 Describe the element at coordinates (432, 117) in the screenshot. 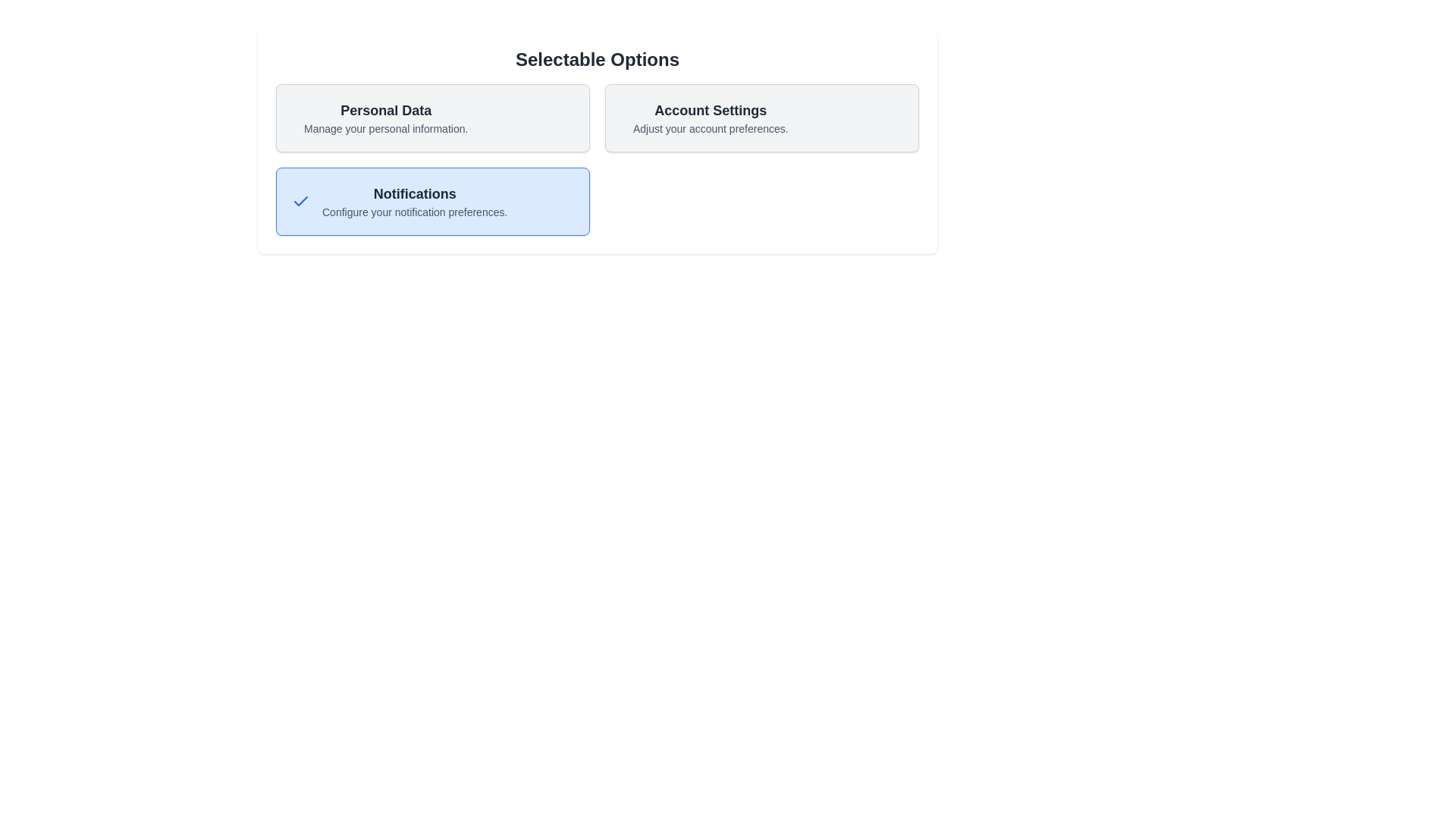

I see `the 'Personal Data' card located in the upper-left section of the grid layout` at that location.